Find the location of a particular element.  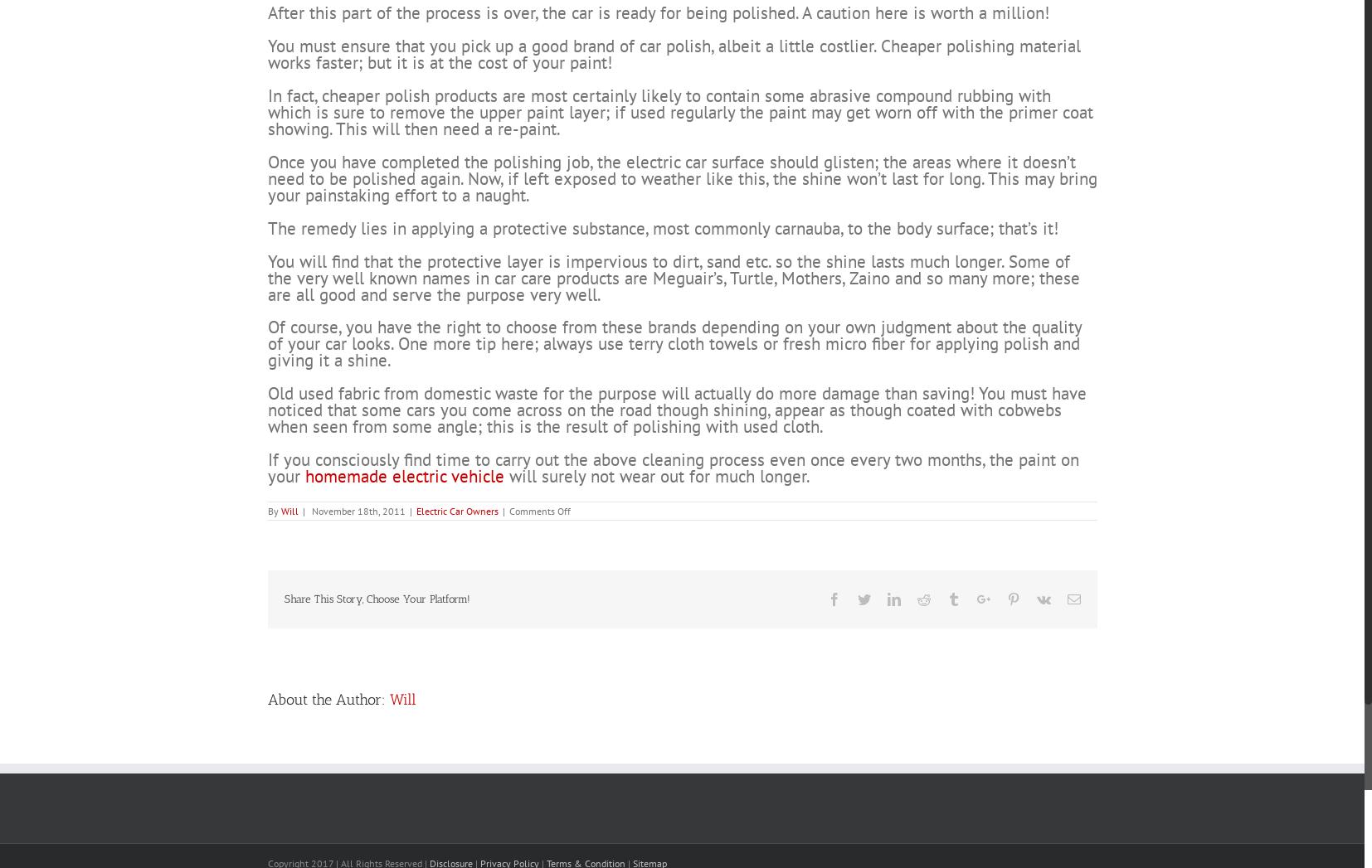

'If you consciously find time to carry out the above cleaning process even once every two months, the paint on your' is located at coordinates (266, 528).